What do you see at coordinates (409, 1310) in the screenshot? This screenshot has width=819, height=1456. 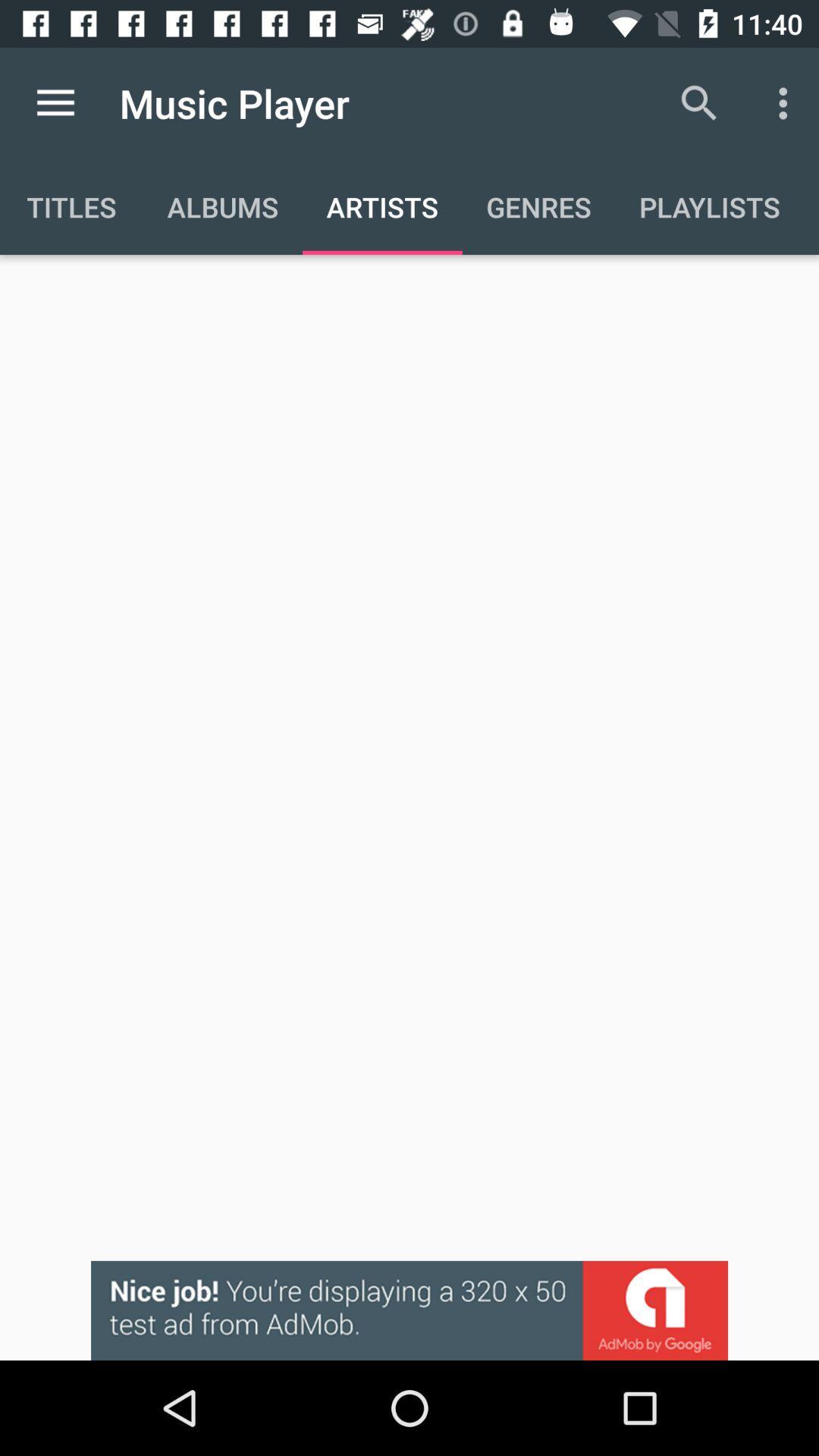 I see `advertisement` at bounding box center [409, 1310].